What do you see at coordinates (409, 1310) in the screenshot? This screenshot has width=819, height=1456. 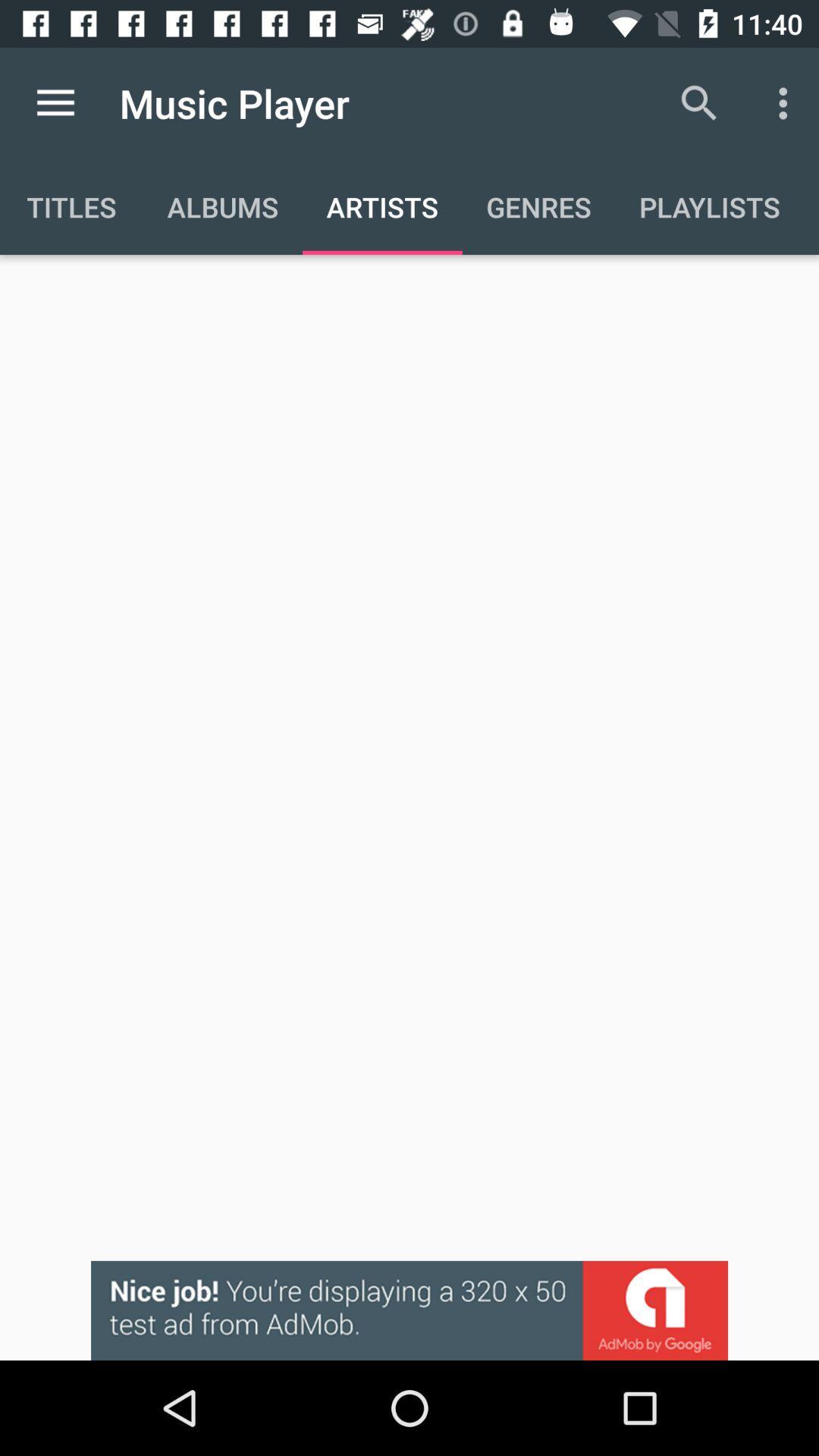 I see `advertisement` at bounding box center [409, 1310].